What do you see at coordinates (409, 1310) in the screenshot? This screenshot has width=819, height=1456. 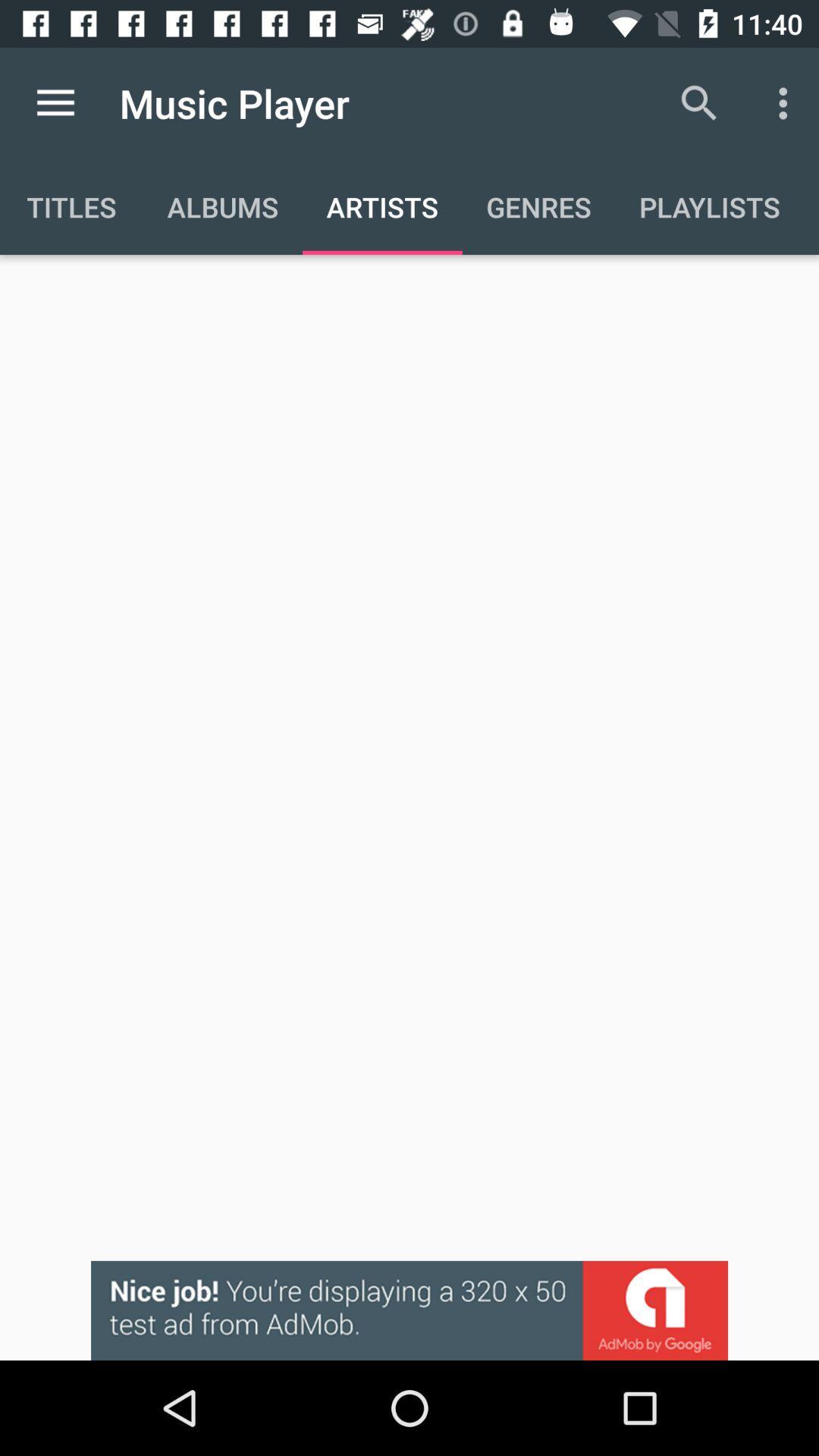 I see `advertisement` at bounding box center [409, 1310].